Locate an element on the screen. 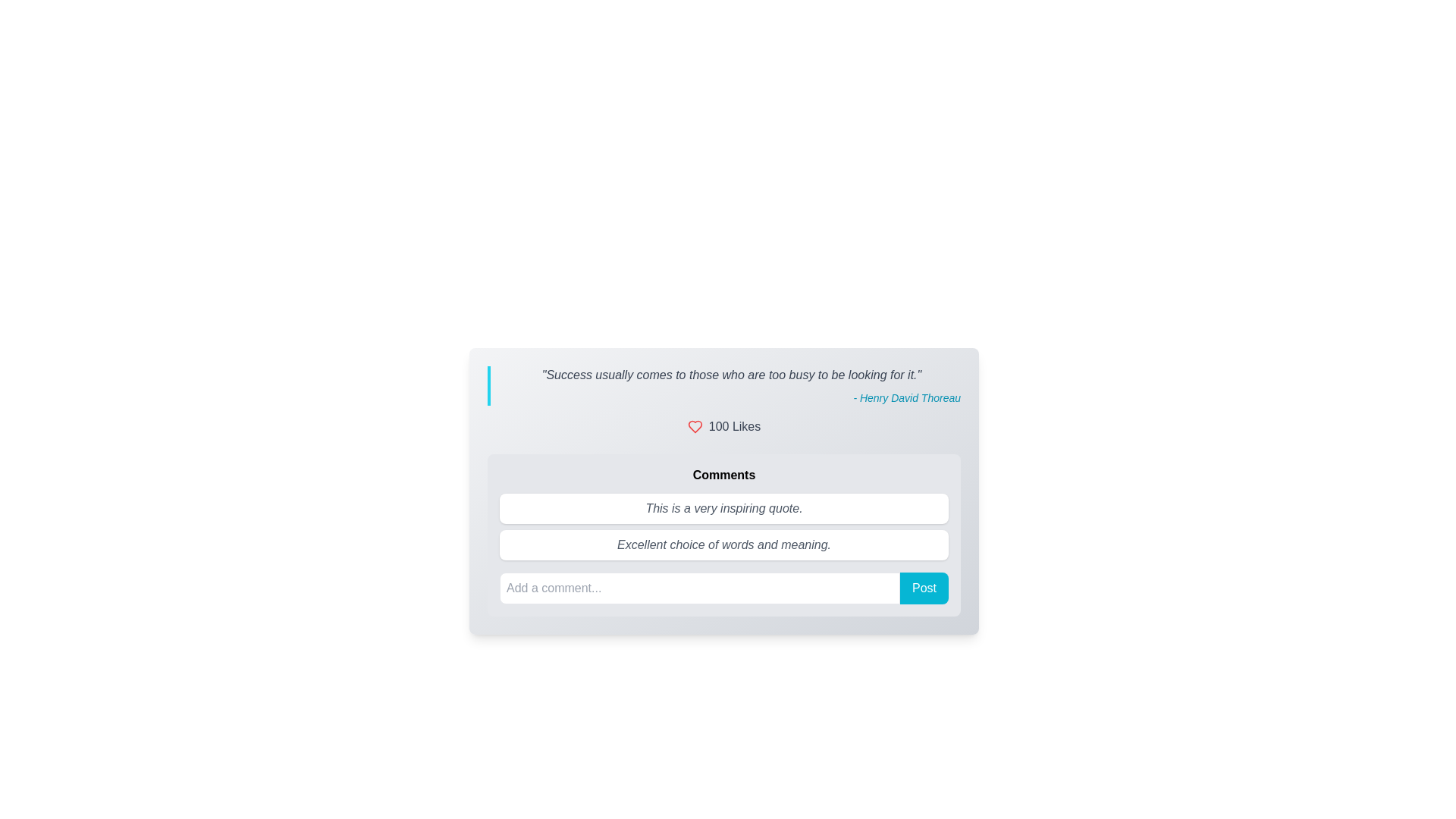  the likes button that displays the number of likes and allows toggling the like status, located in the panel section below the quote text is located at coordinates (723, 427).